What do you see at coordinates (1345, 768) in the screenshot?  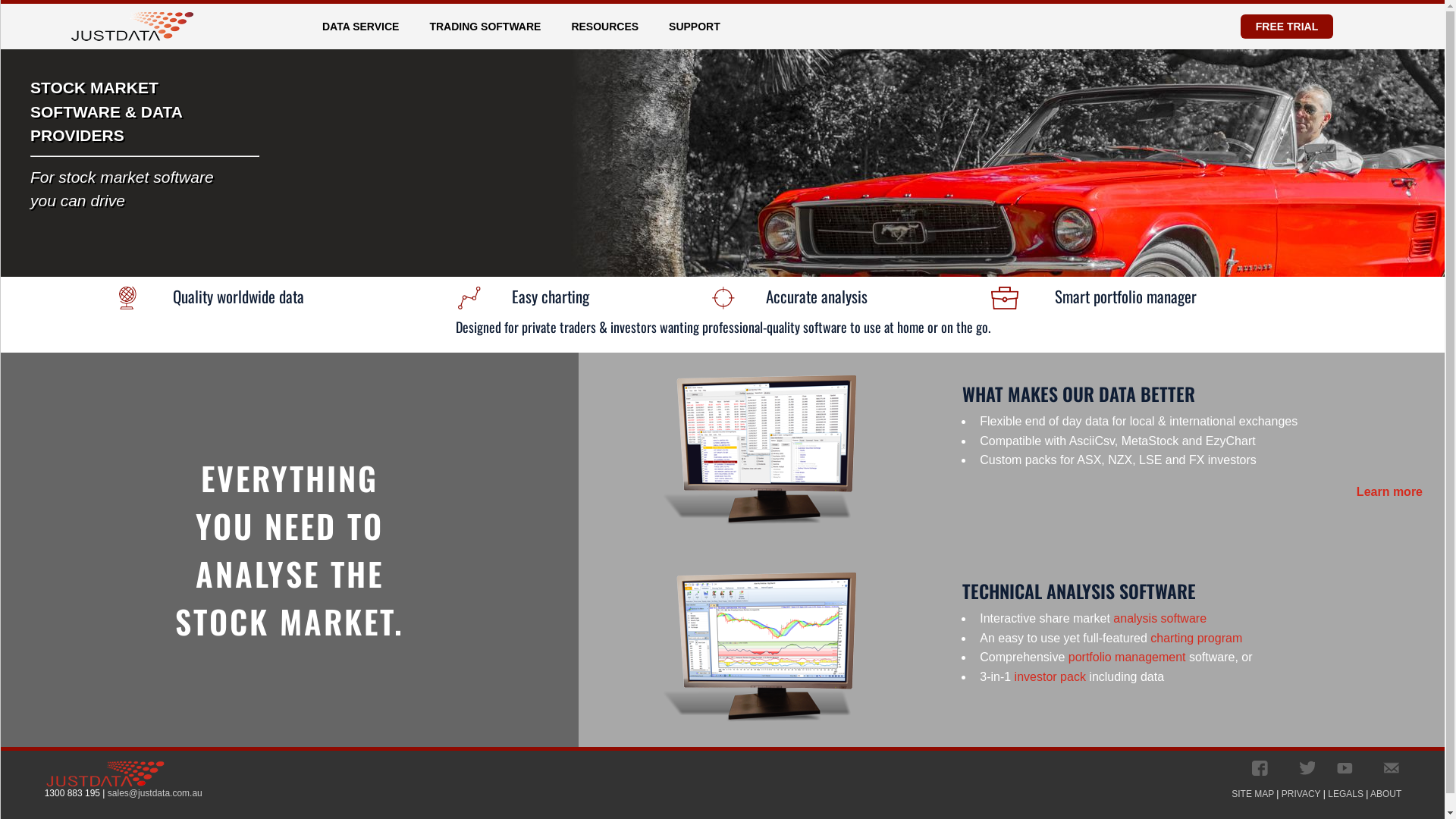 I see `'JustData's YouTube Channel'` at bounding box center [1345, 768].